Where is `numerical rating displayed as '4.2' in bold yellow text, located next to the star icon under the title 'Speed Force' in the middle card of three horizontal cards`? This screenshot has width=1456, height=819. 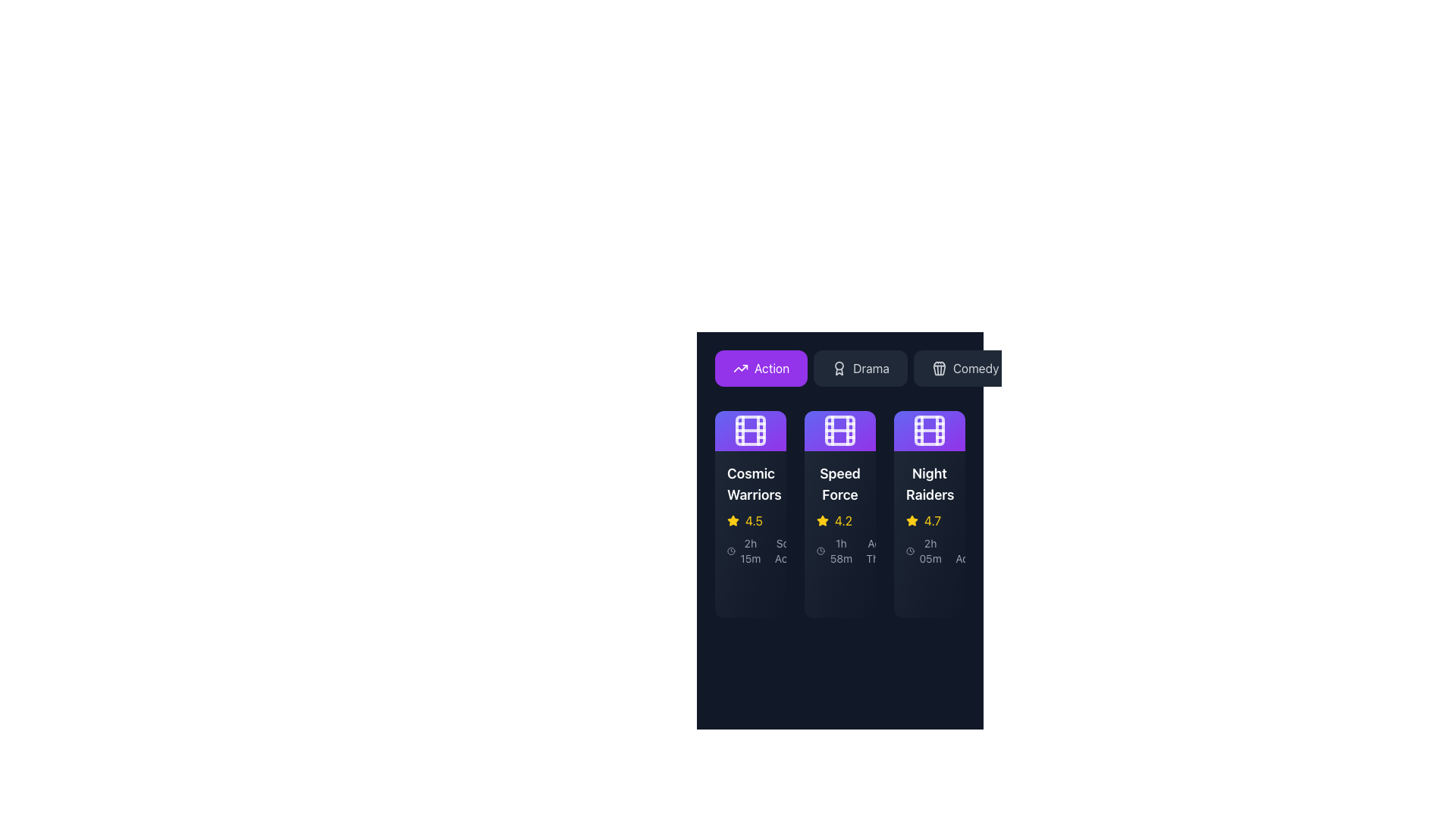 numerical rating displayed as '4.2' in bold yellow text, located next to the star icon under the title 'Speed Force' in the middle card of three horizontal cards is located at coordinates (843, 519).